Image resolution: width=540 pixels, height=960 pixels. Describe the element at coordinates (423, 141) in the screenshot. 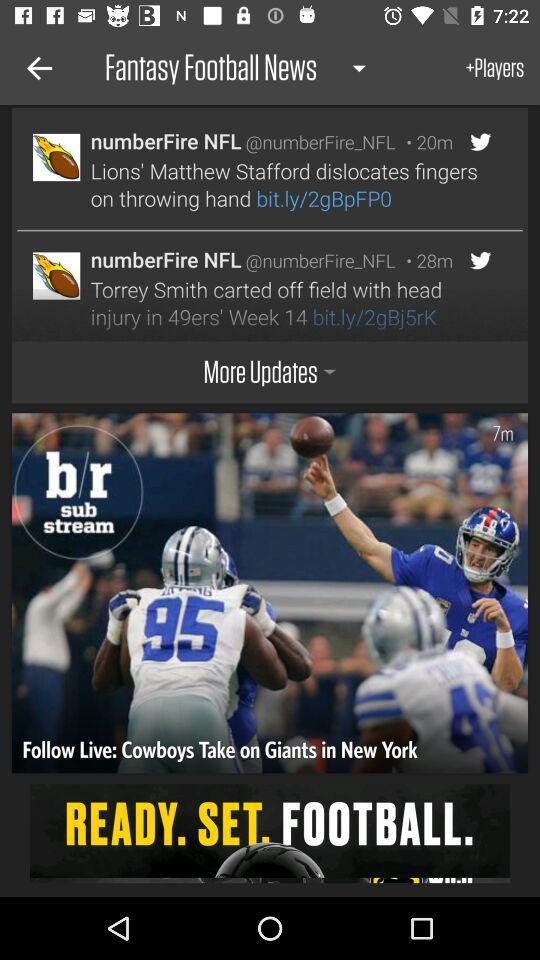

I see `item above the lions matthew stafford` at that location.